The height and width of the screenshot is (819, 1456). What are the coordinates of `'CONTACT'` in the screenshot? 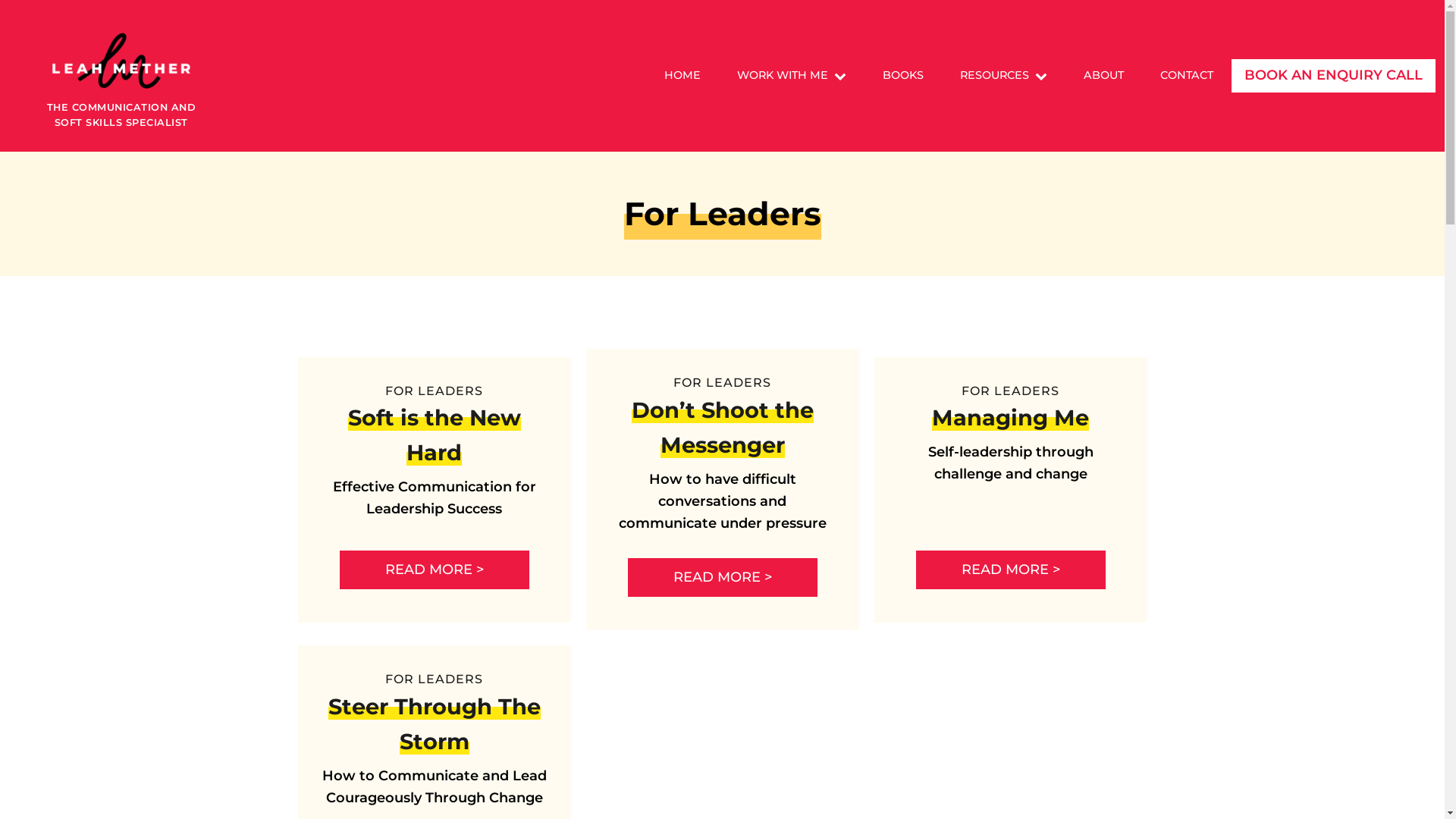 It's located at (1185, 75).